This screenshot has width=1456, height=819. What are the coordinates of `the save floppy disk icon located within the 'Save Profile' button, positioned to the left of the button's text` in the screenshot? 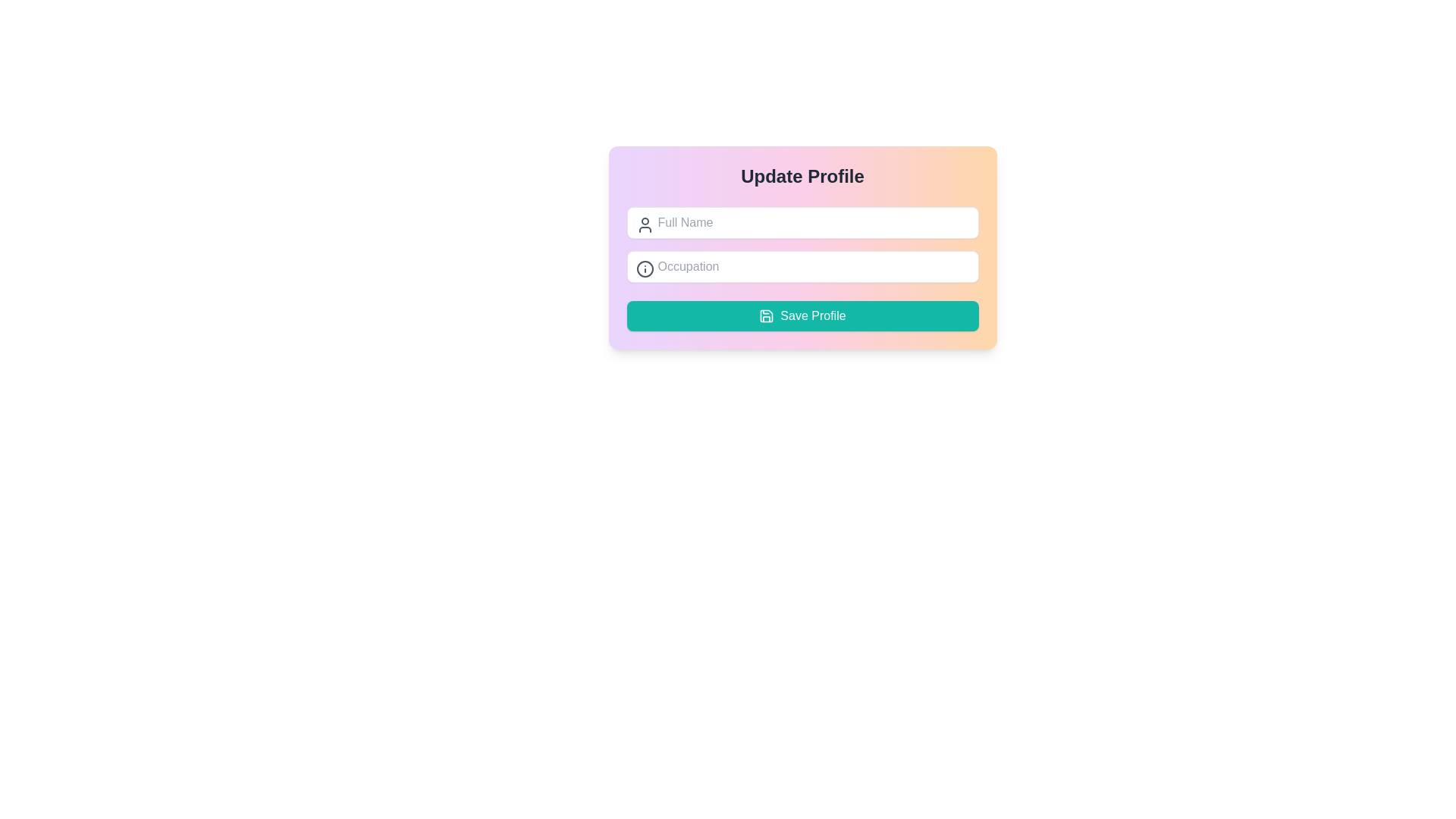 It's located at (767, 315).